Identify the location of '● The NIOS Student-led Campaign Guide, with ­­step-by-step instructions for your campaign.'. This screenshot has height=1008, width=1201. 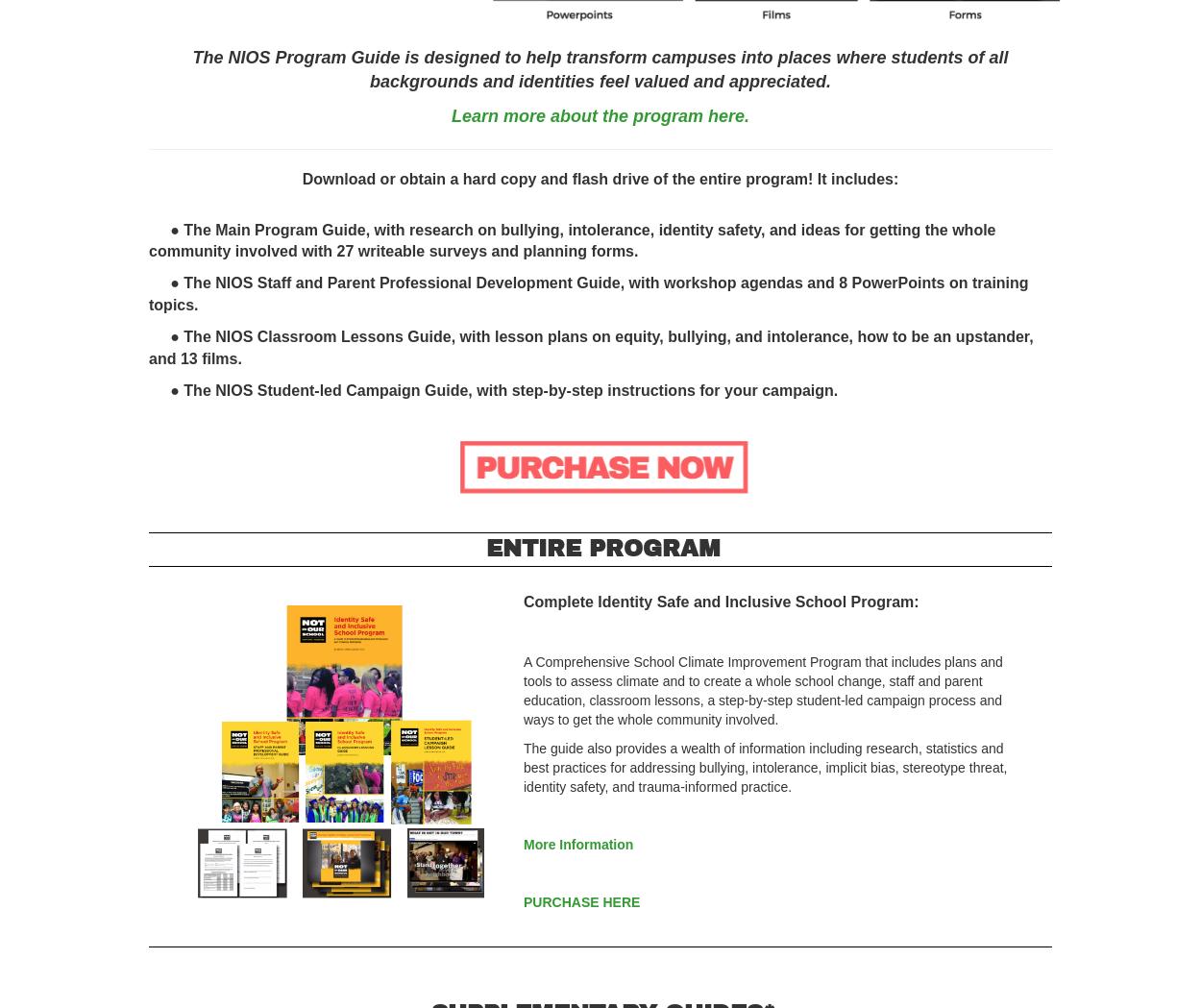
(493, 388).